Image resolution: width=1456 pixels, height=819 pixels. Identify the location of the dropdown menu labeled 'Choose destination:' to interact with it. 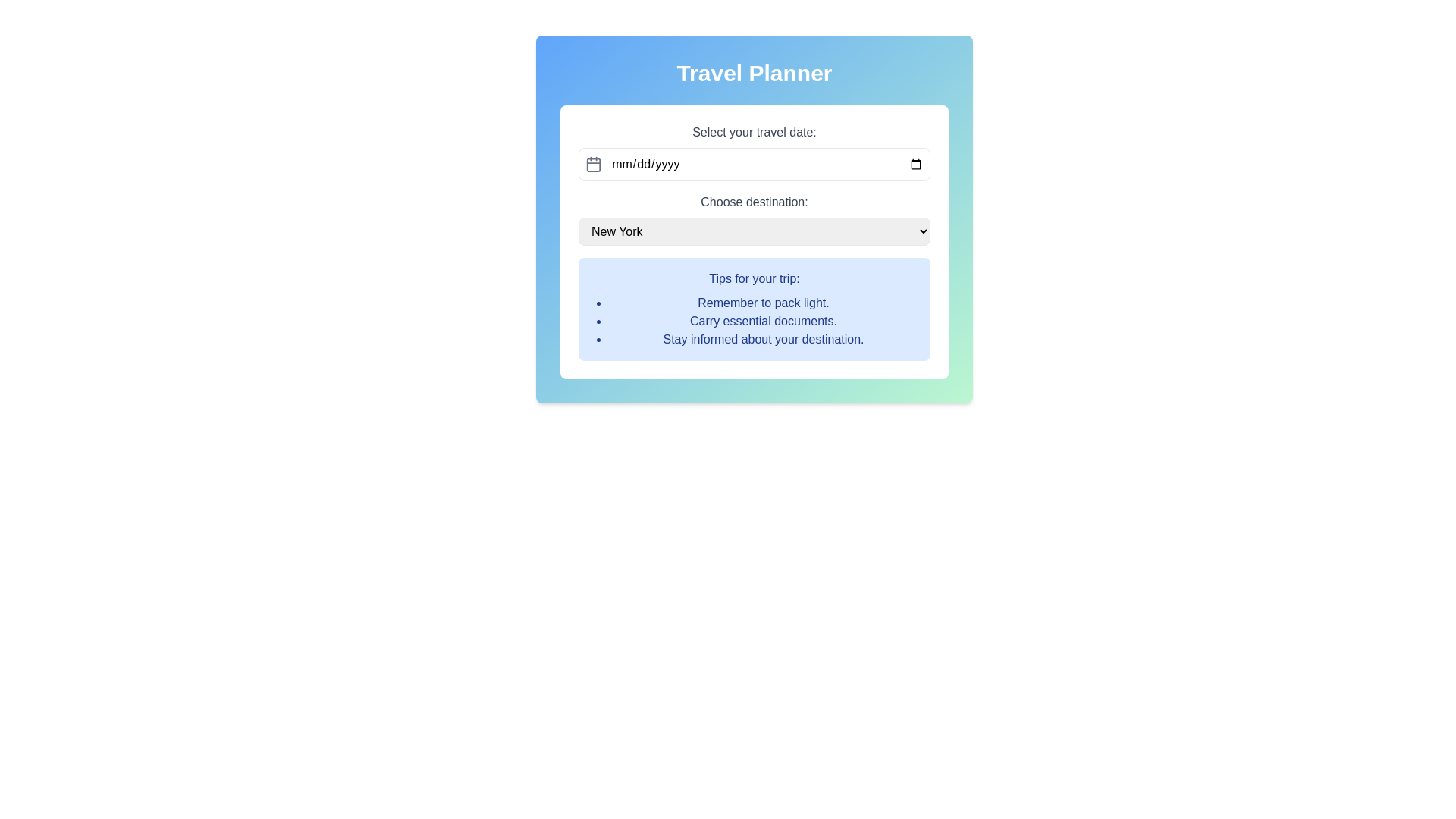
(754, 219).